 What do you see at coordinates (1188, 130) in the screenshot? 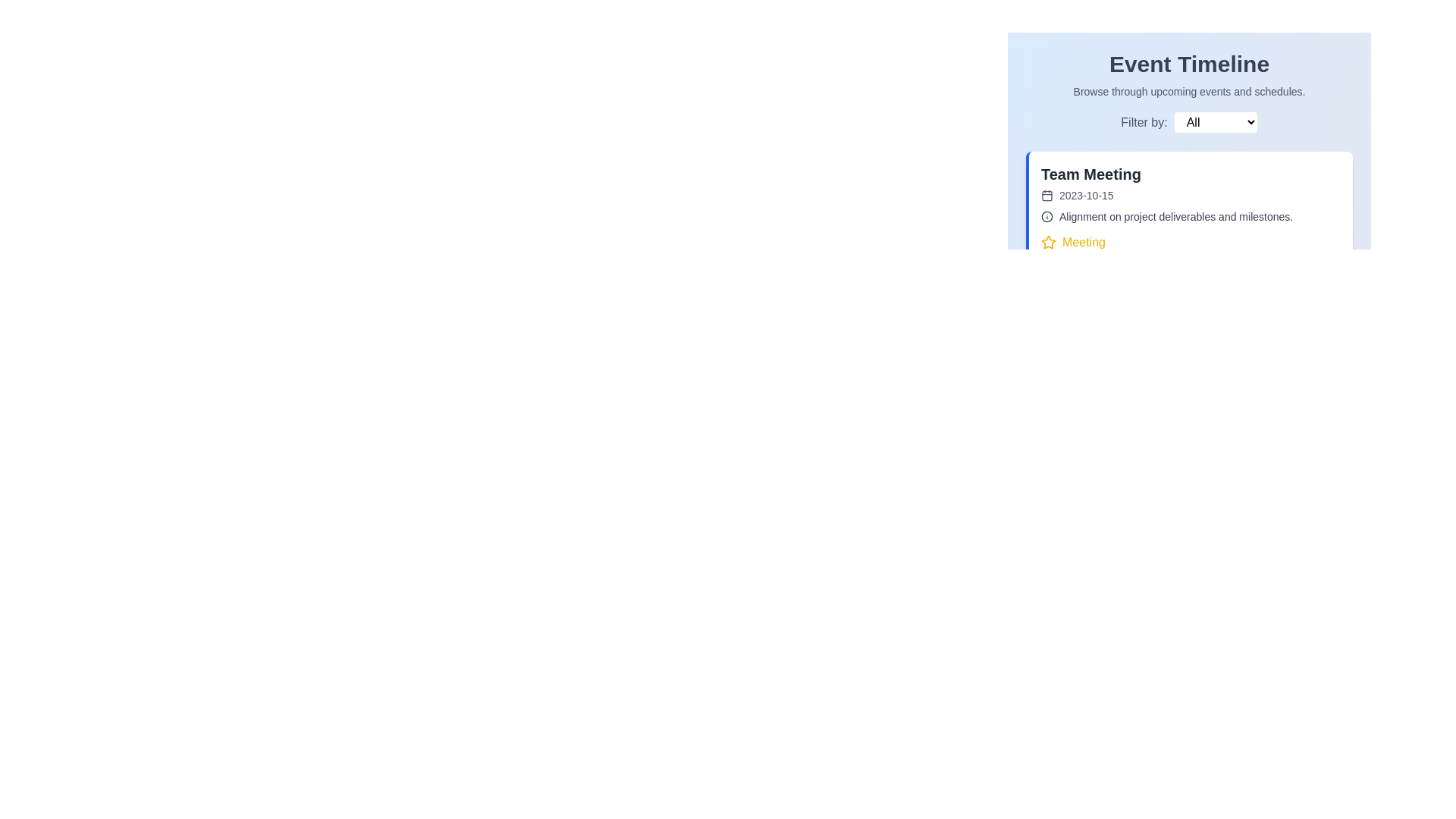
I see `the dropdown menu located directly under the 'Filter by:' label in the event timeline section` at bounding box center [1188, 130].